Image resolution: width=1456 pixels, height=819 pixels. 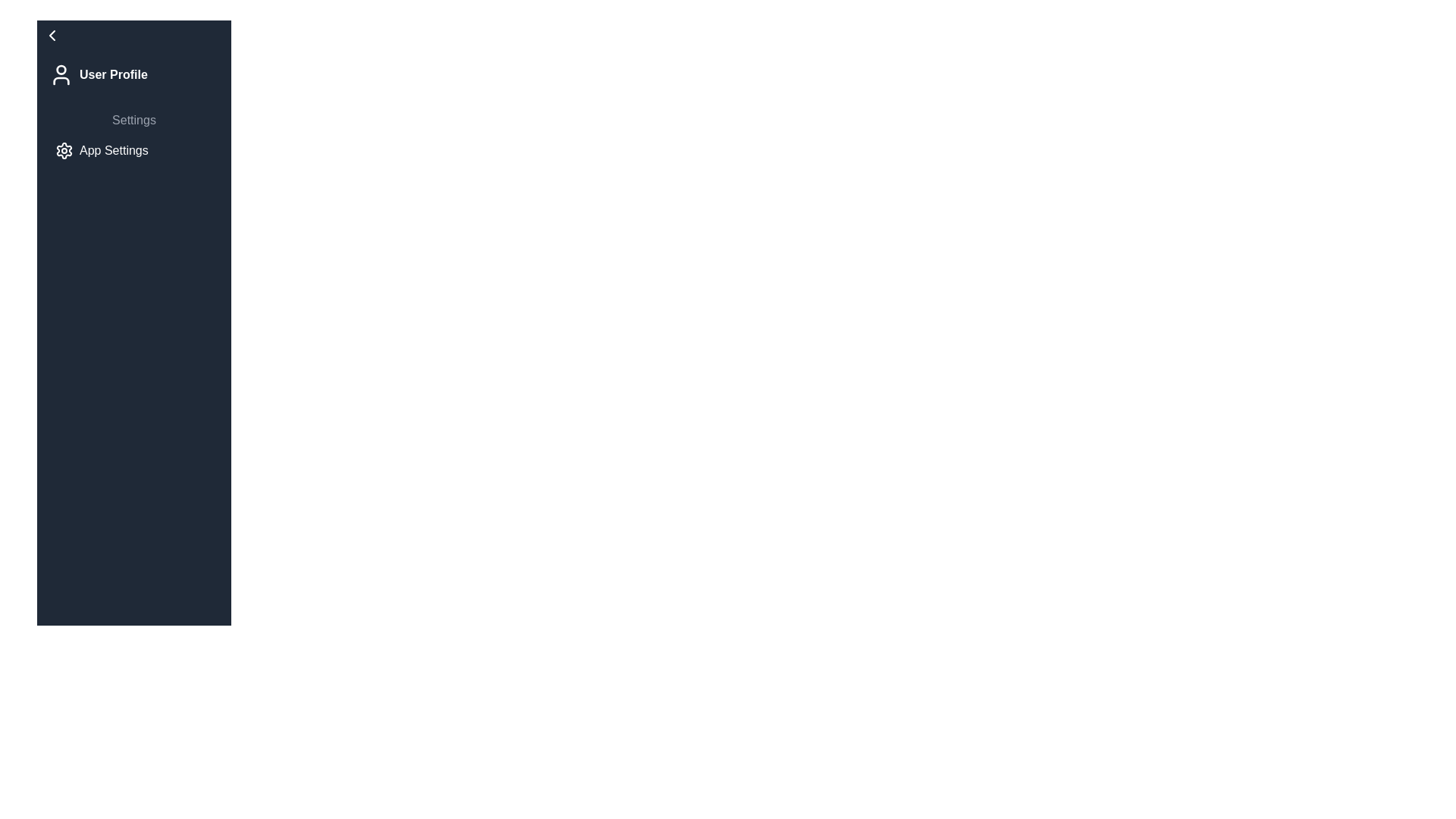 I want to click on the leftward-pointing chevron icon located in the top-left corner of the vertical navigation bar, so click(x=52, y=34).